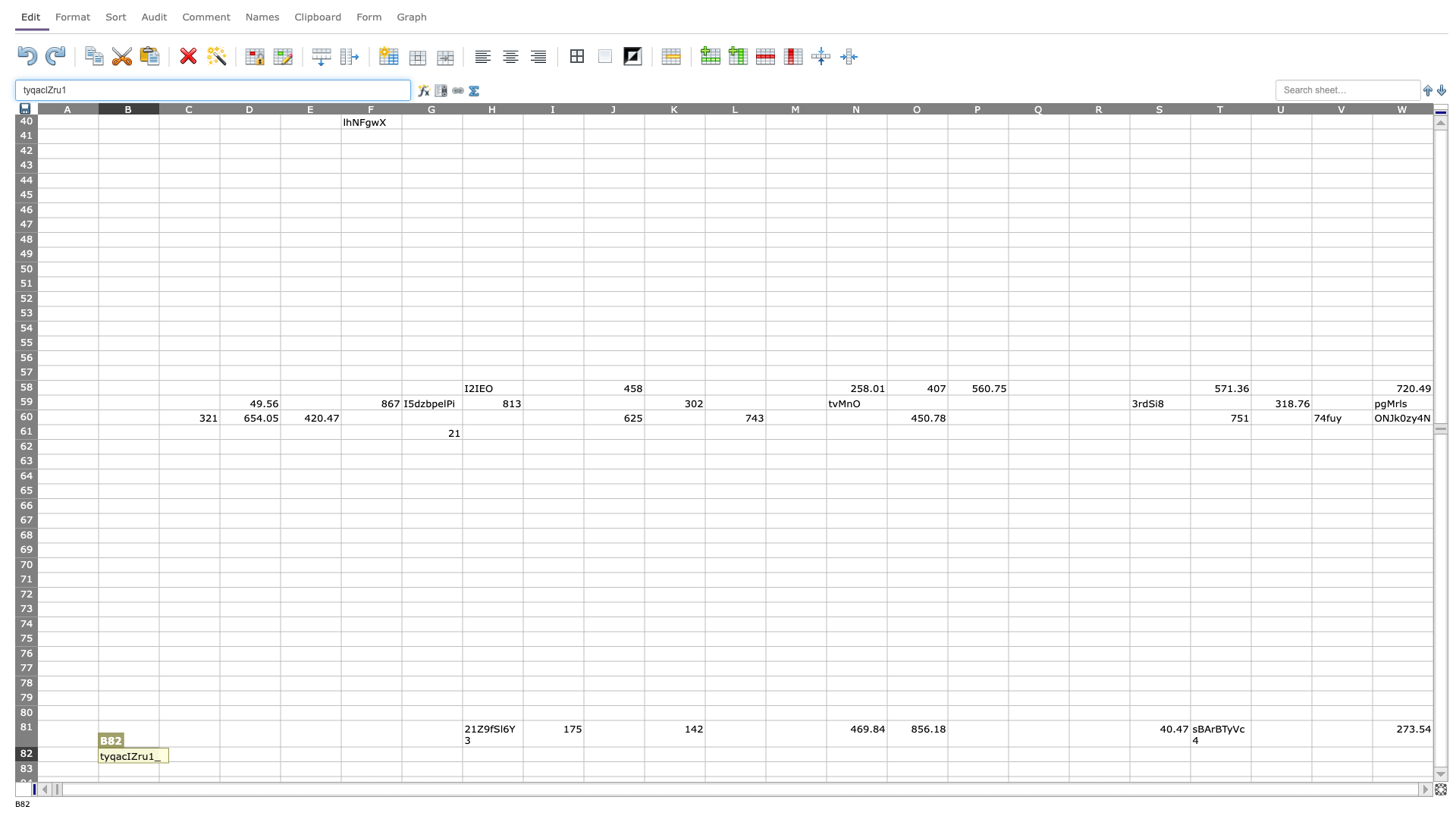 The height and width of the screenshot is (819, 1456). I want to click on right border at column E row 82, so click(340, 754).